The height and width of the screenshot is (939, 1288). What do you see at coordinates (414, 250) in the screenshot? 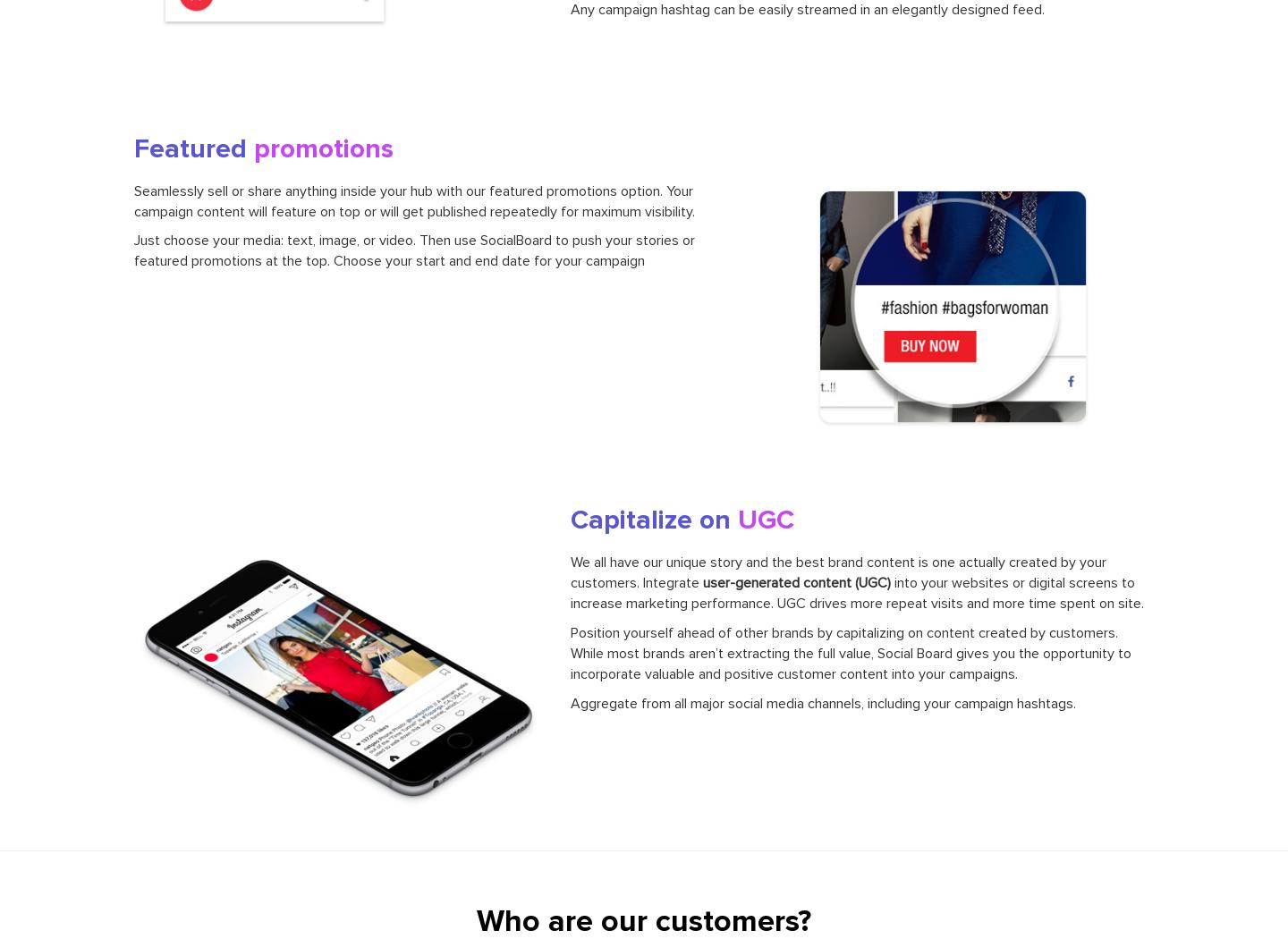
I see `'Just choose your media: text, image, or video. Then use SocialBoard to push your stories or featured promotions at the top. Choose your start and end date for your campaign'` at bounding box center [414, 250].